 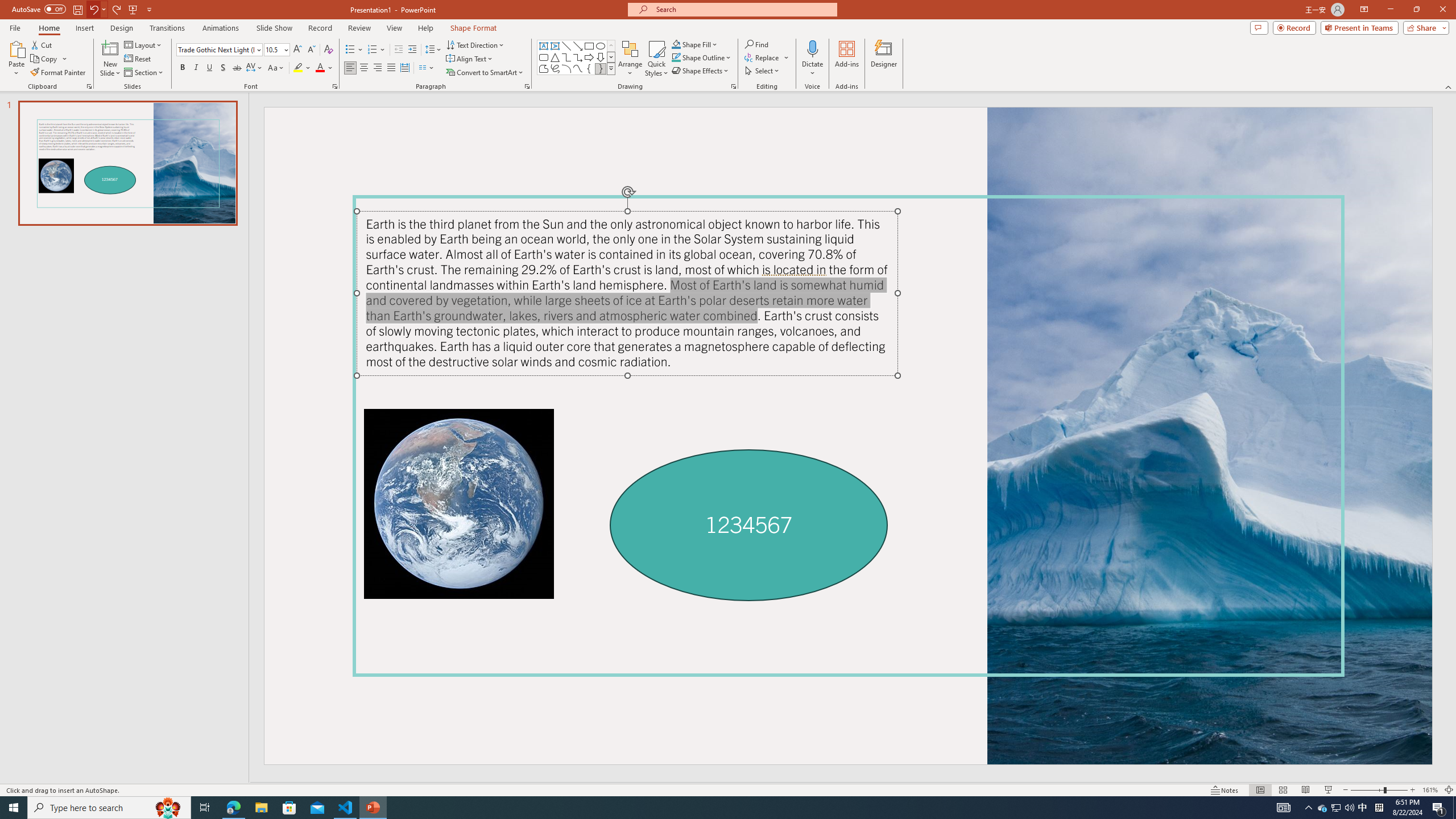 I want to click on 'Shadow', so click(x=222, y=67).